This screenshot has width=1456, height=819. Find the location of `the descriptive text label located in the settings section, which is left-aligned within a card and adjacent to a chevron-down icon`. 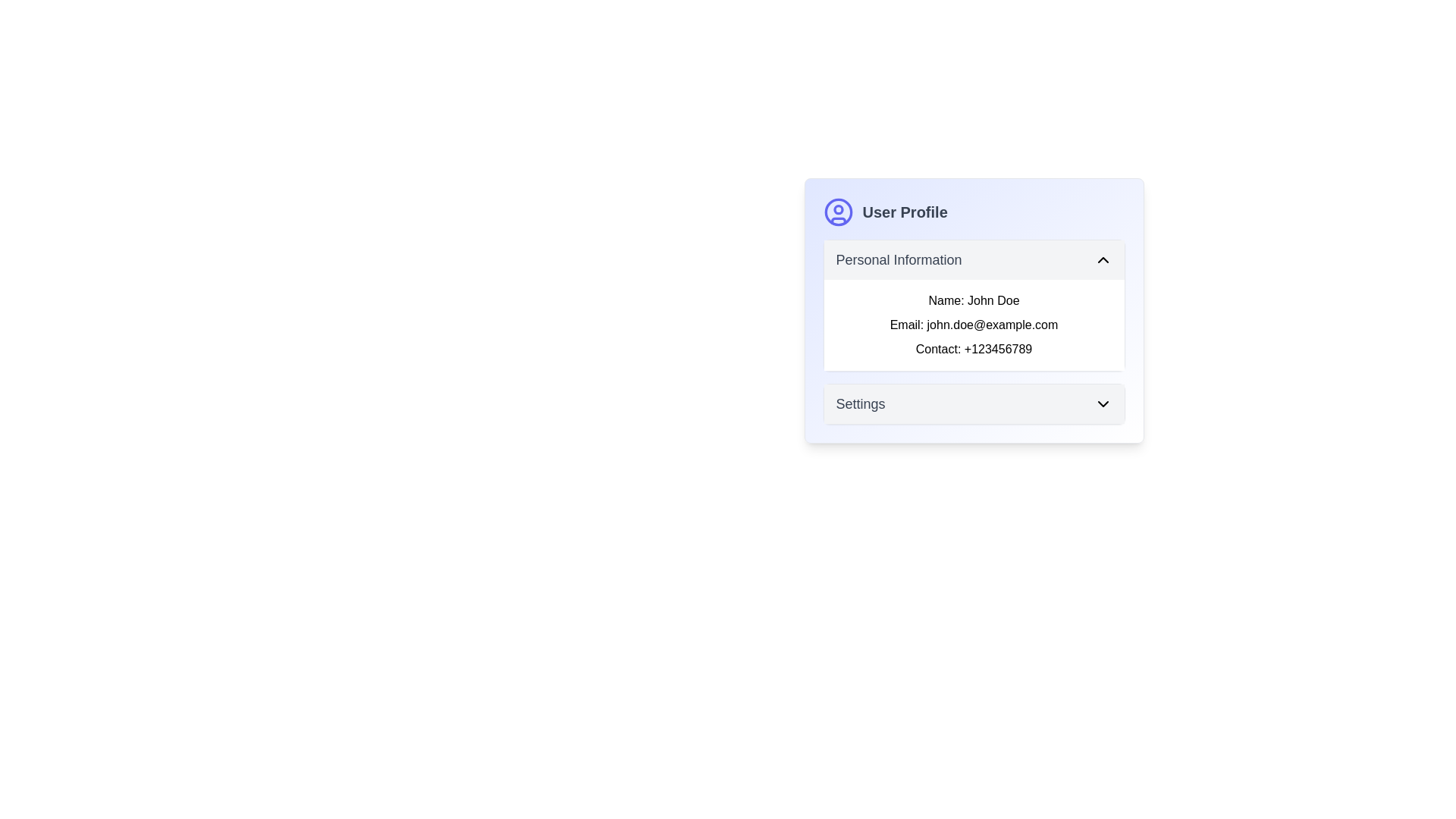

the descriptive text label located in the settings section, which is left-aligned within a card and adjacent to a chevron-down icon is located at coordinates (861, 403).